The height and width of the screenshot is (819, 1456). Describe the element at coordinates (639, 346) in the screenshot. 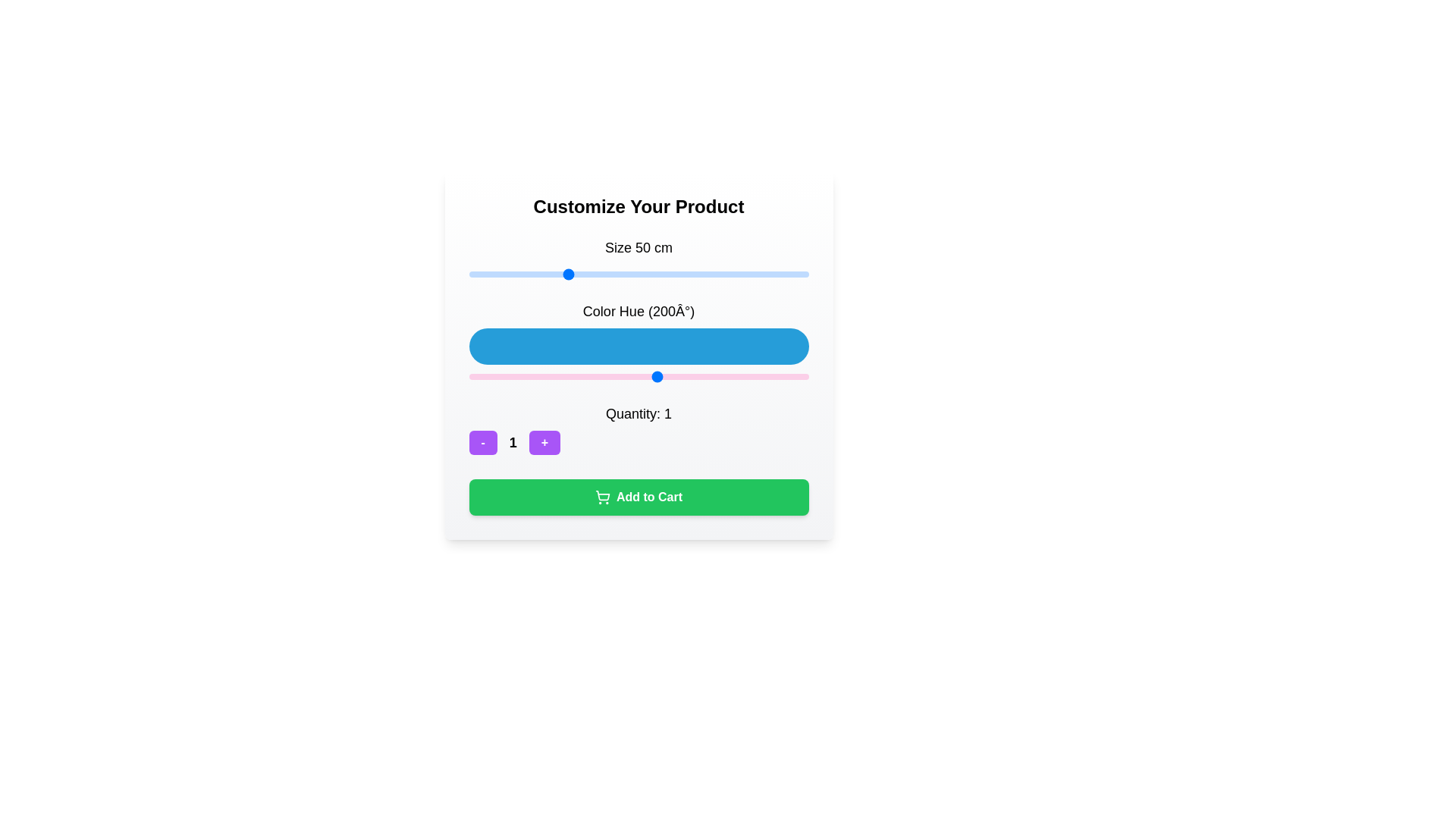

I see `the non-interactive graphical component, which is a horizontally elongated rounded rectangle with a blue fill, located below the label 'Color Hue (200°)' and above a pink horizontal slider` at that location.